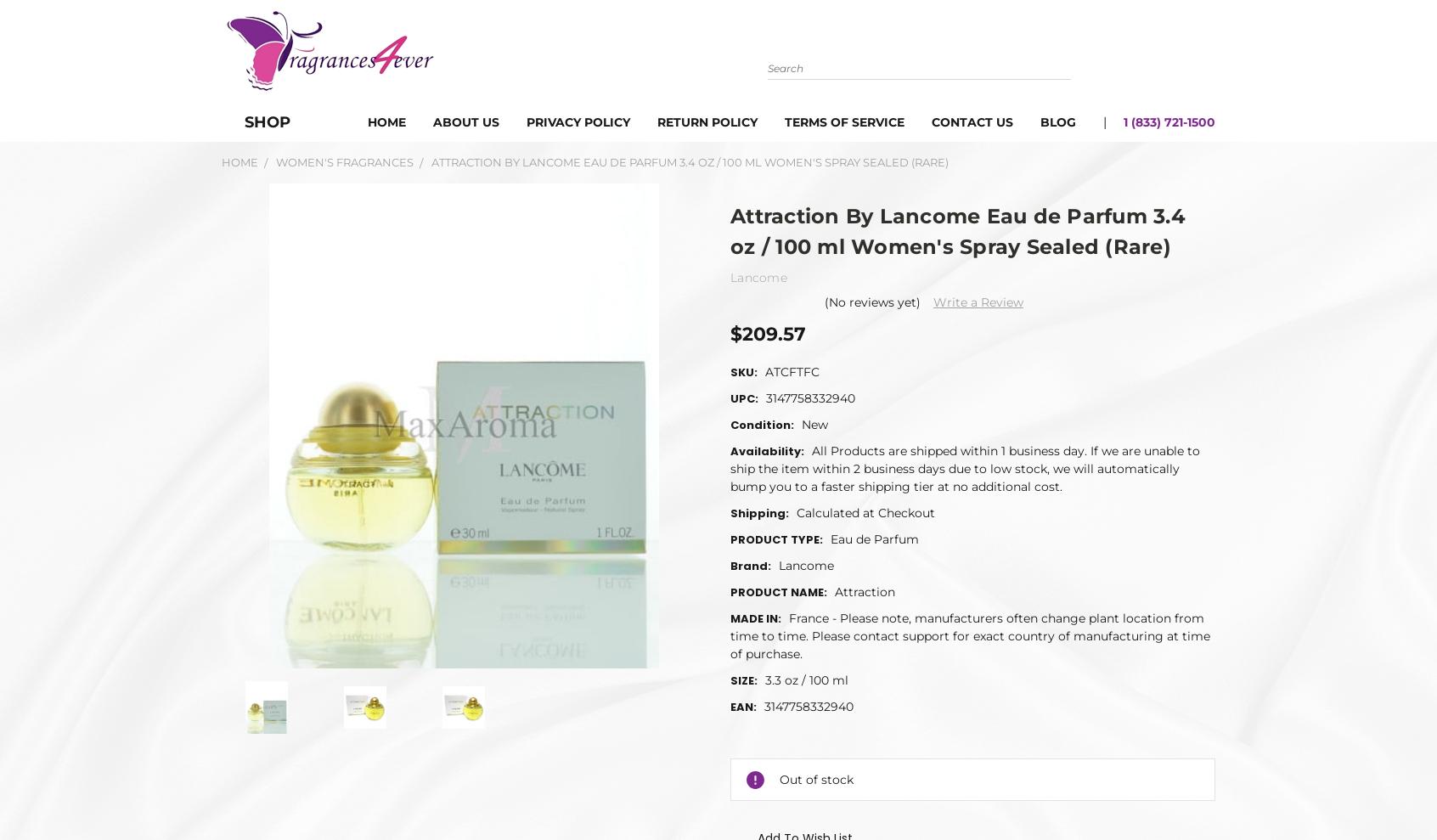  What do you see at coordinates (802, 768) in the screenshot?
I see `'USHER Eau De Parfum 3.4 oz / 100 ml Spray For Women'` at bounding box center [802, 768].